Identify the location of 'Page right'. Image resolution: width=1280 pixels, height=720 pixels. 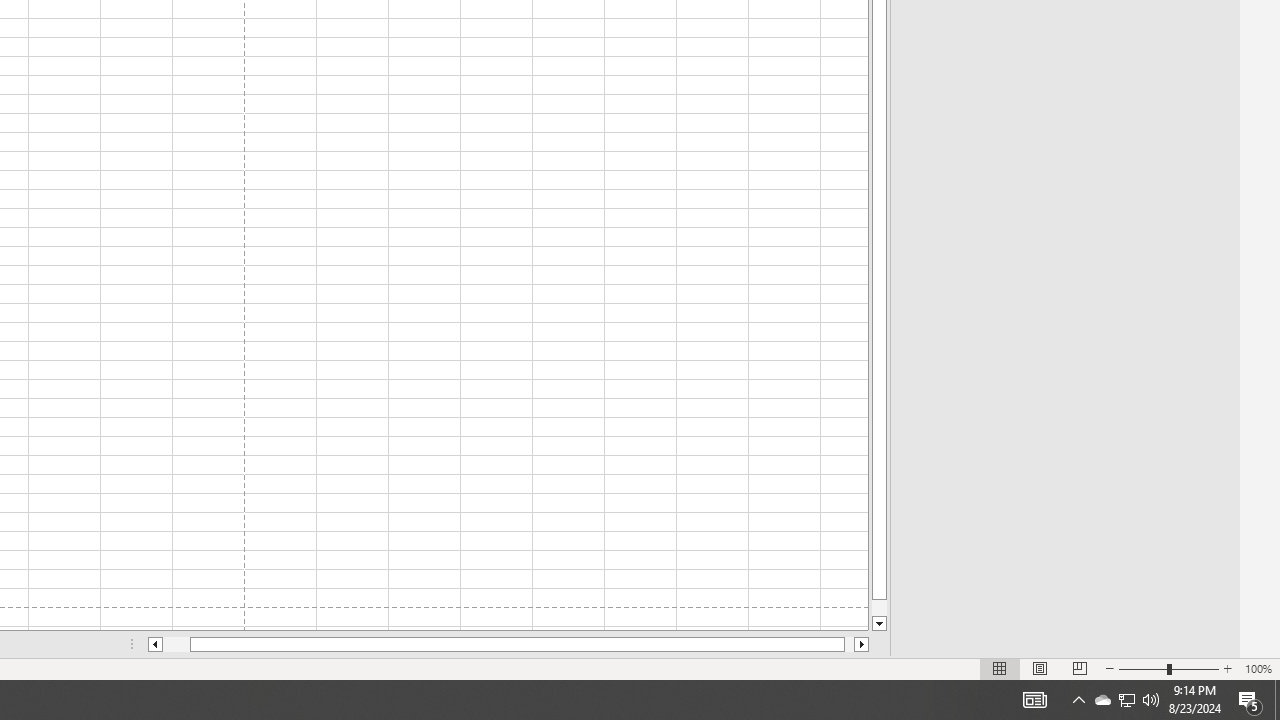
(849, 644).